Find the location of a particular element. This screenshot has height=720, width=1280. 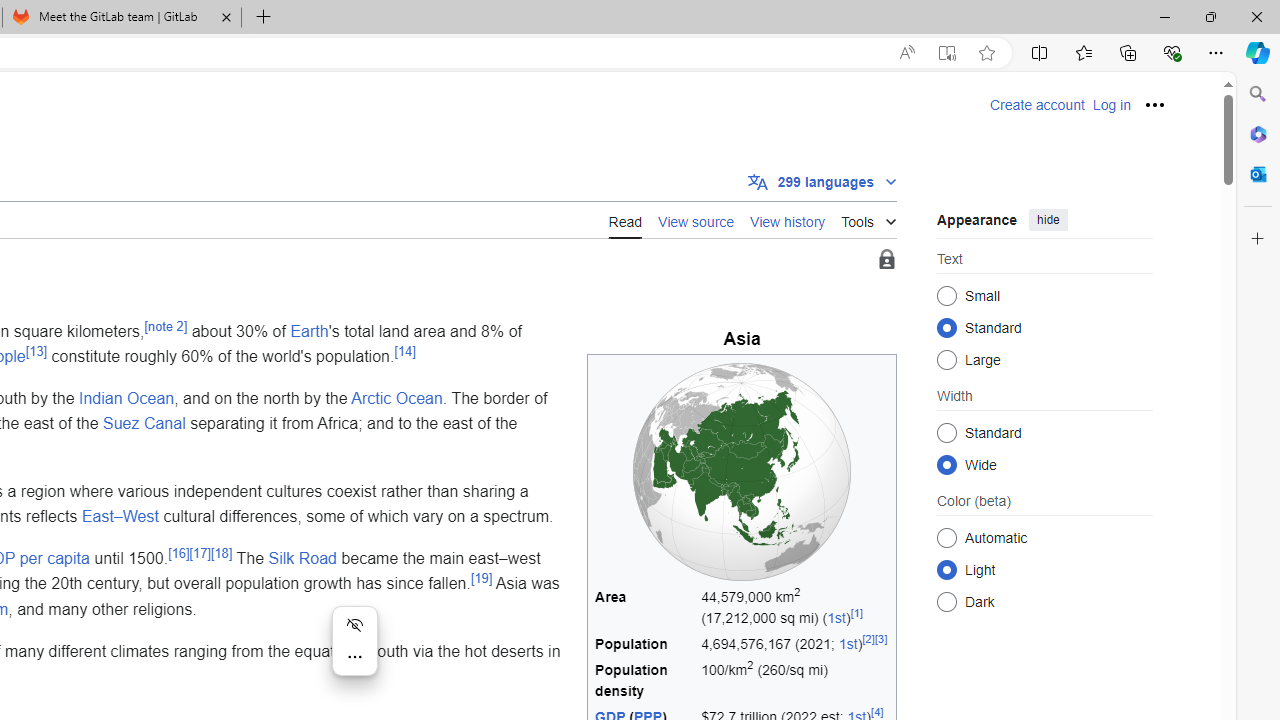

'Class: infobox-image' is located at coordinates (741, 471).